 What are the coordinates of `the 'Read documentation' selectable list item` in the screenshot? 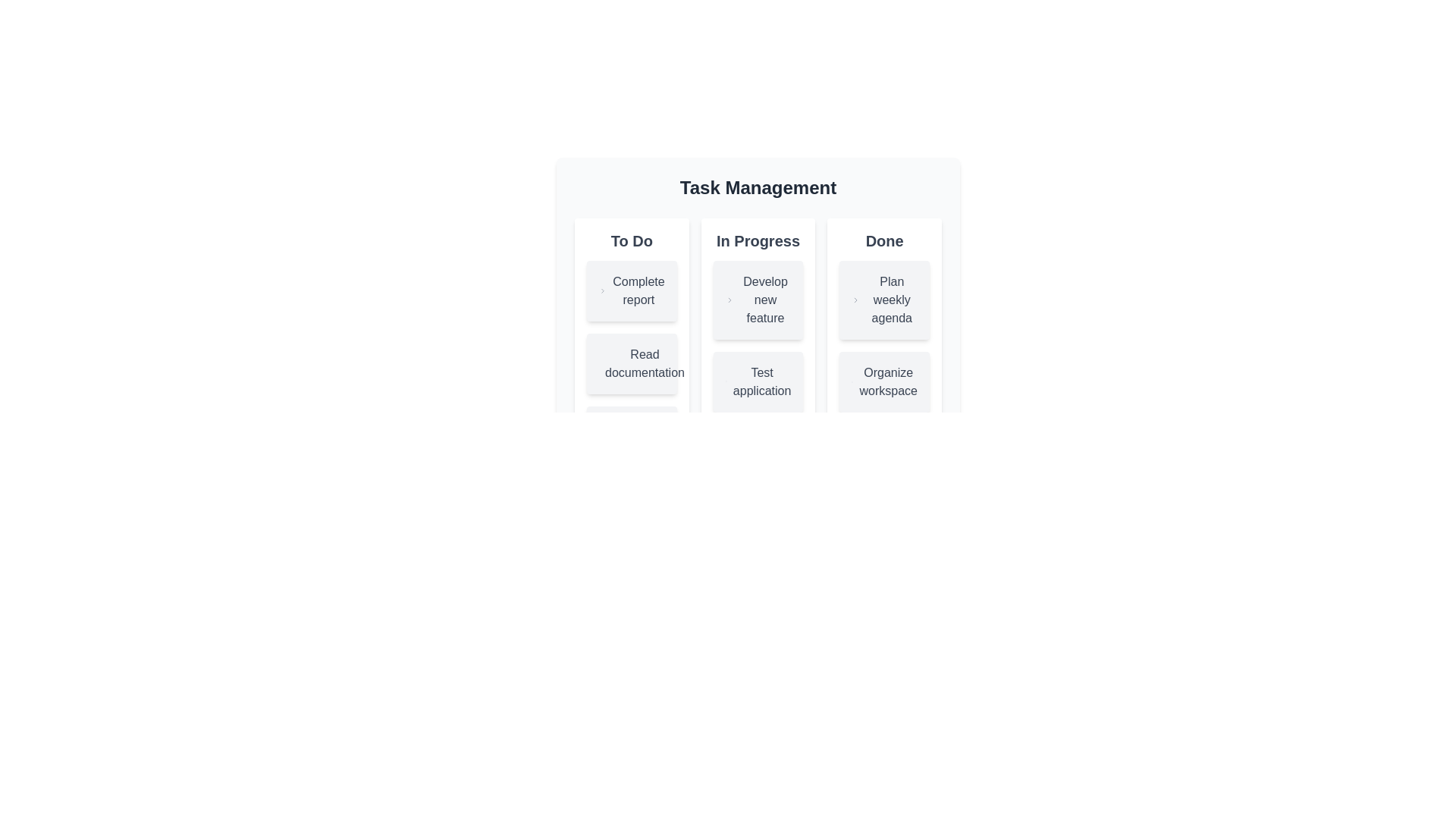 It's located at (632, 363).